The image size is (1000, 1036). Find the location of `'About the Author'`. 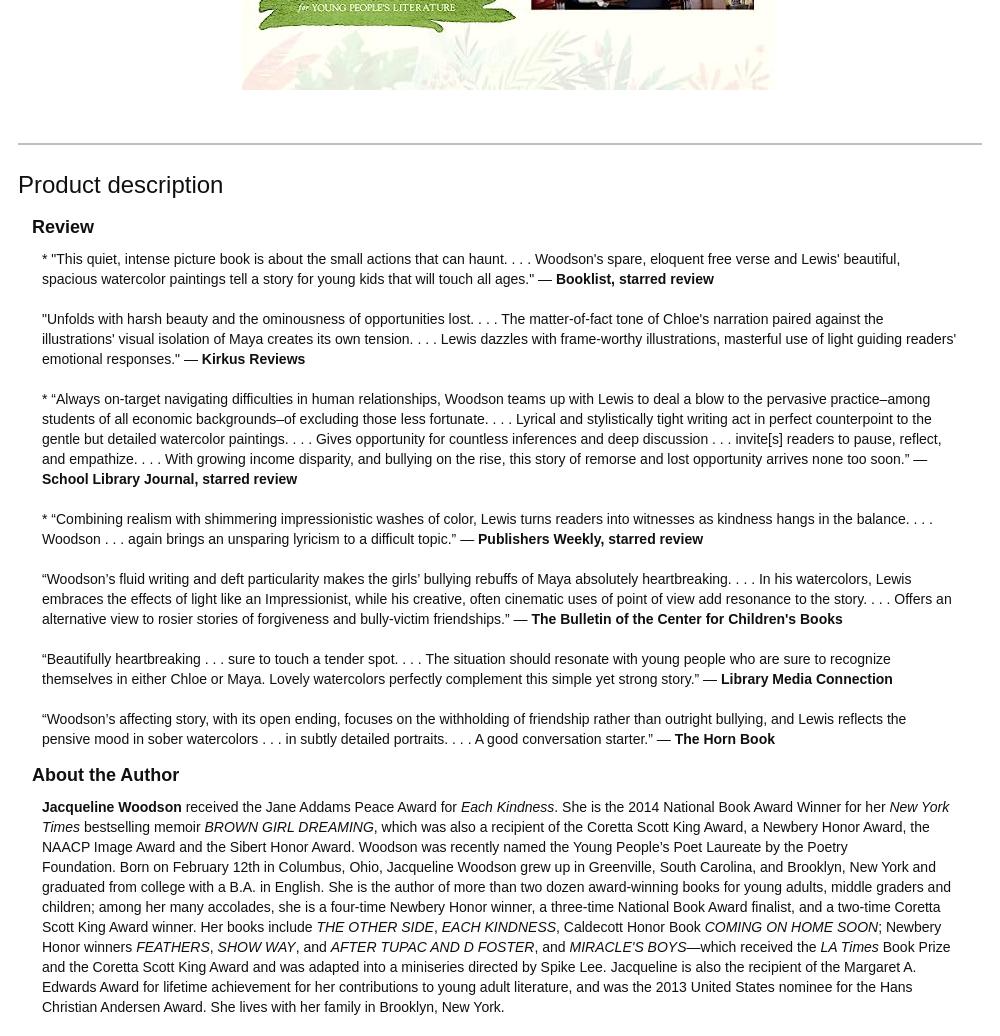

'About the Author' is located at coordinates (104, 773).